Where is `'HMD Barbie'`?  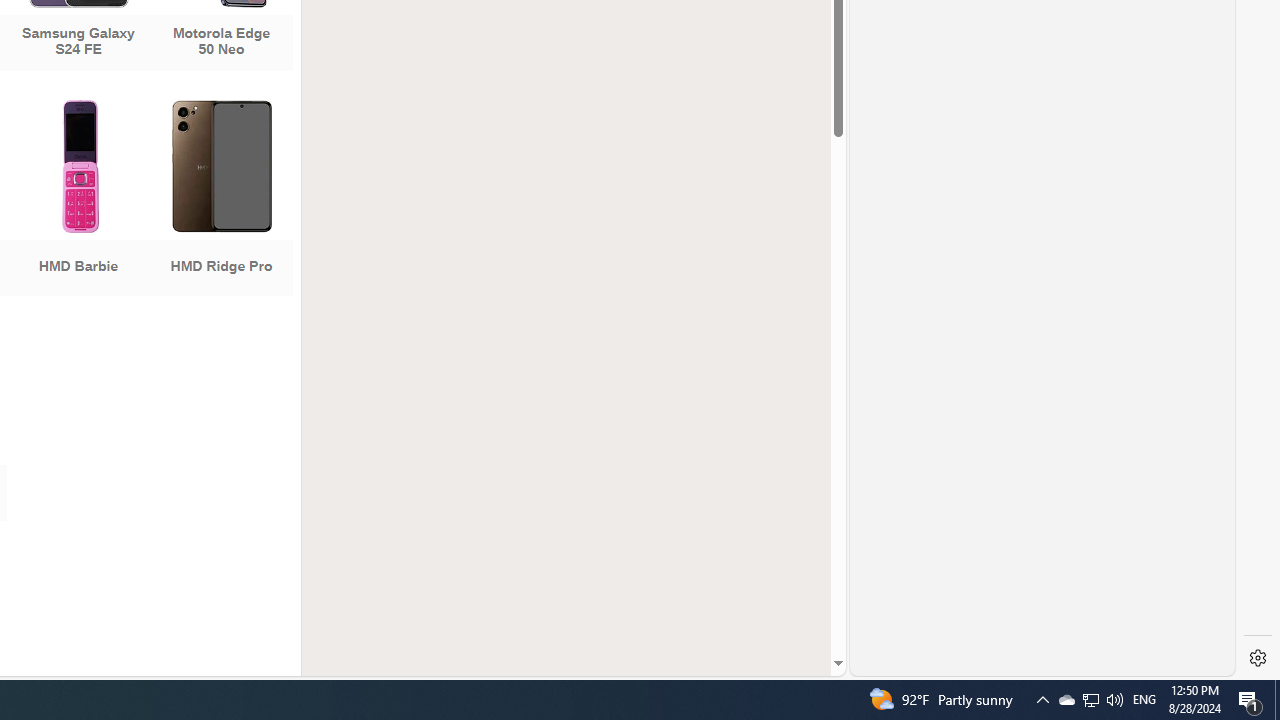 'HMD Barbie' is located at coordinates (78, 200).